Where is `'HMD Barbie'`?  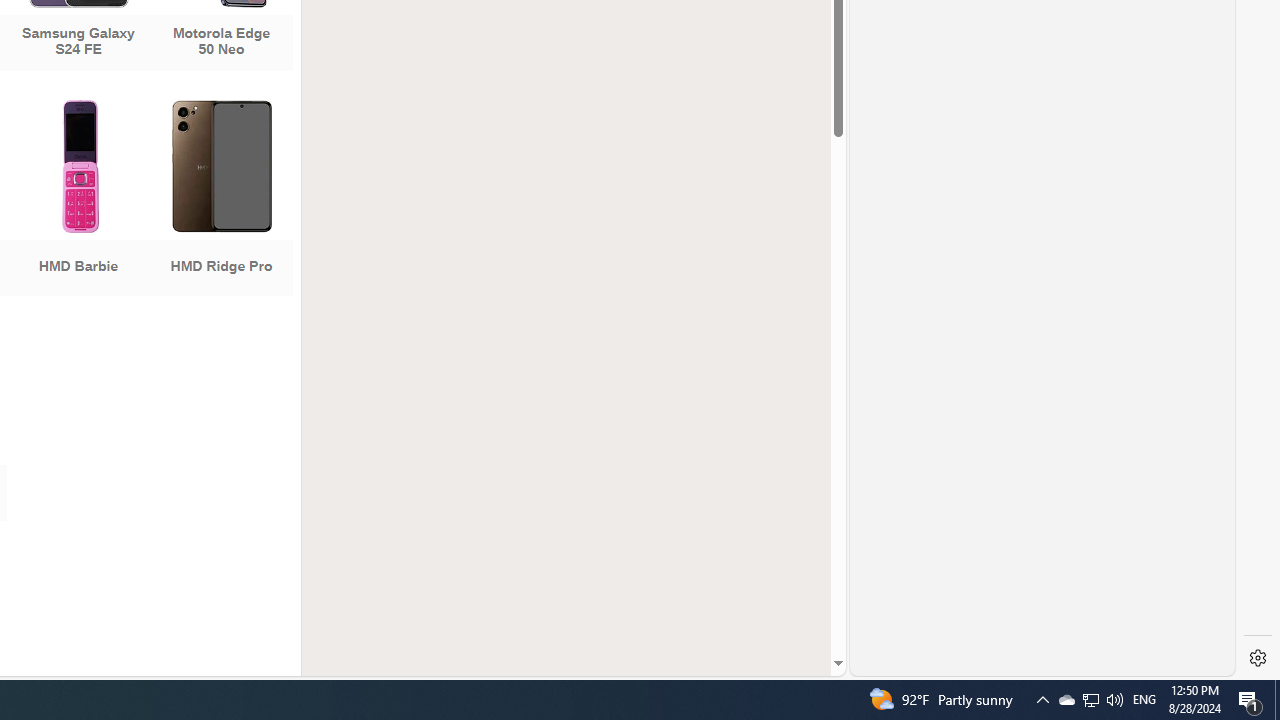 'HMD Barbie' is located at coordinates (78, 200).